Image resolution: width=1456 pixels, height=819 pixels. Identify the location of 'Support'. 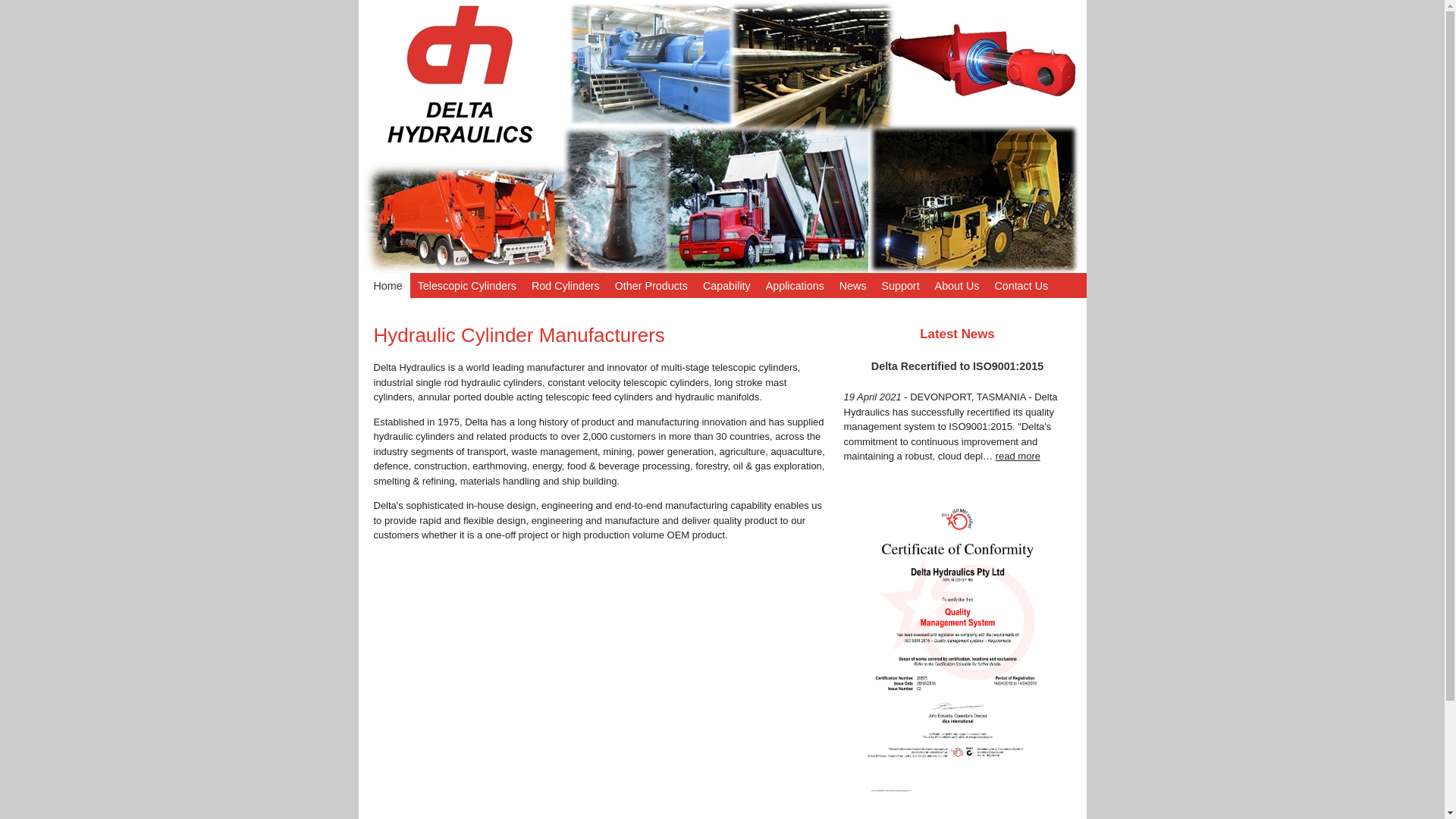
(874, 285).